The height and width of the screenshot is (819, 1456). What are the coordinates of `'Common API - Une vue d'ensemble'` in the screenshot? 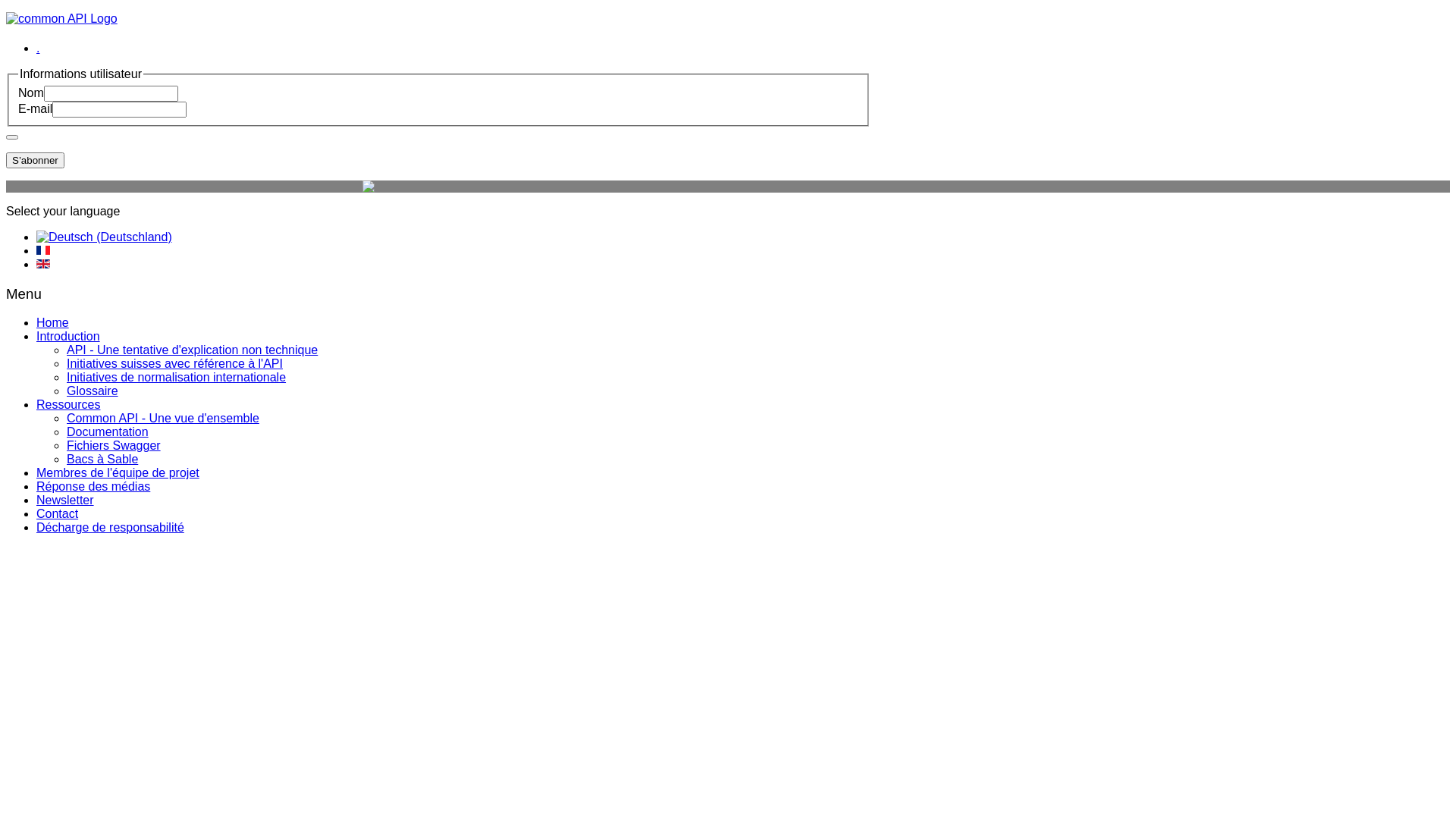 It's located at (163, 418).